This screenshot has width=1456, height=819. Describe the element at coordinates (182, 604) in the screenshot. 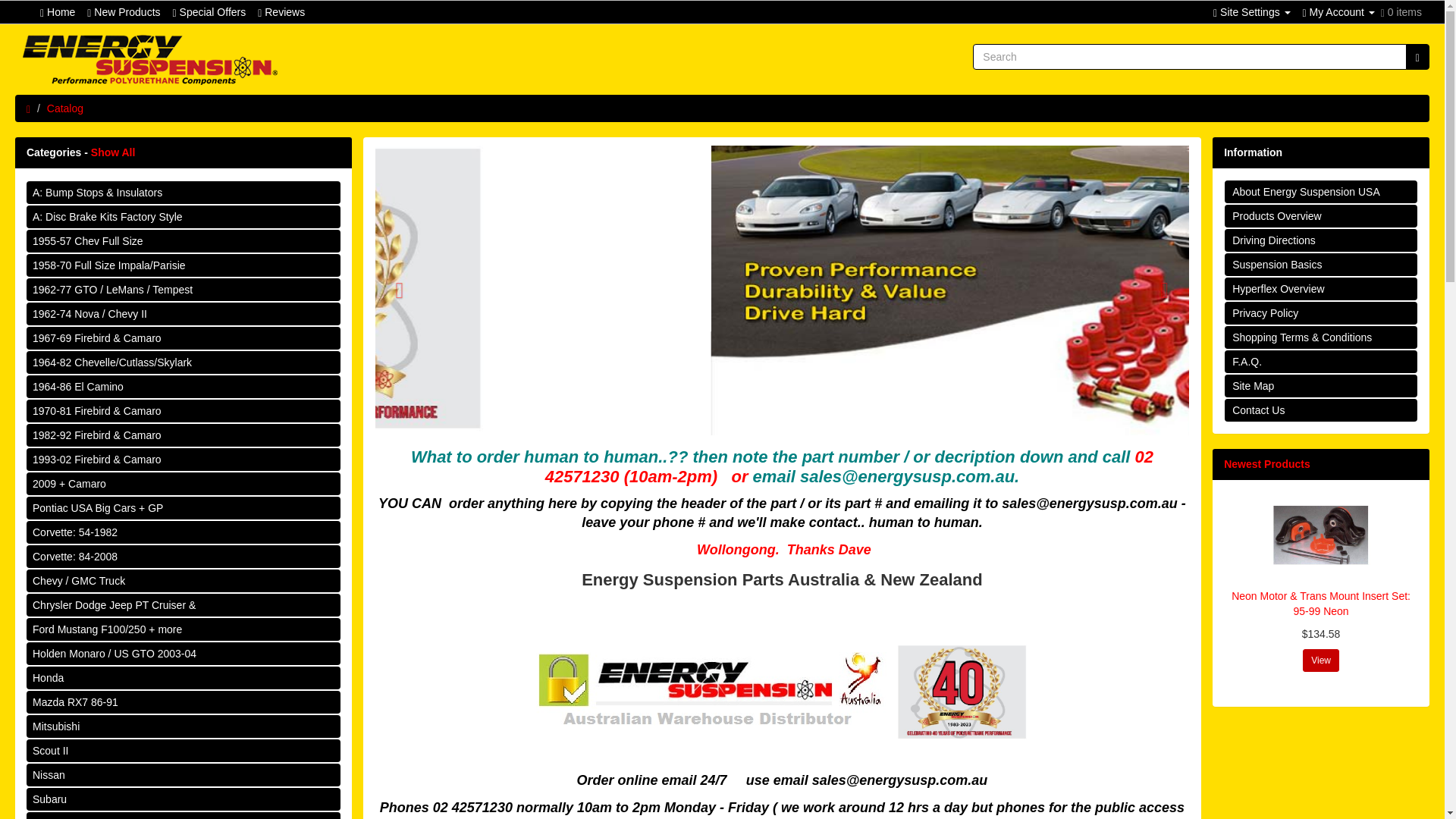

I see `'Chrysler Dodge Jeep PT Cruiser &'` at that location.